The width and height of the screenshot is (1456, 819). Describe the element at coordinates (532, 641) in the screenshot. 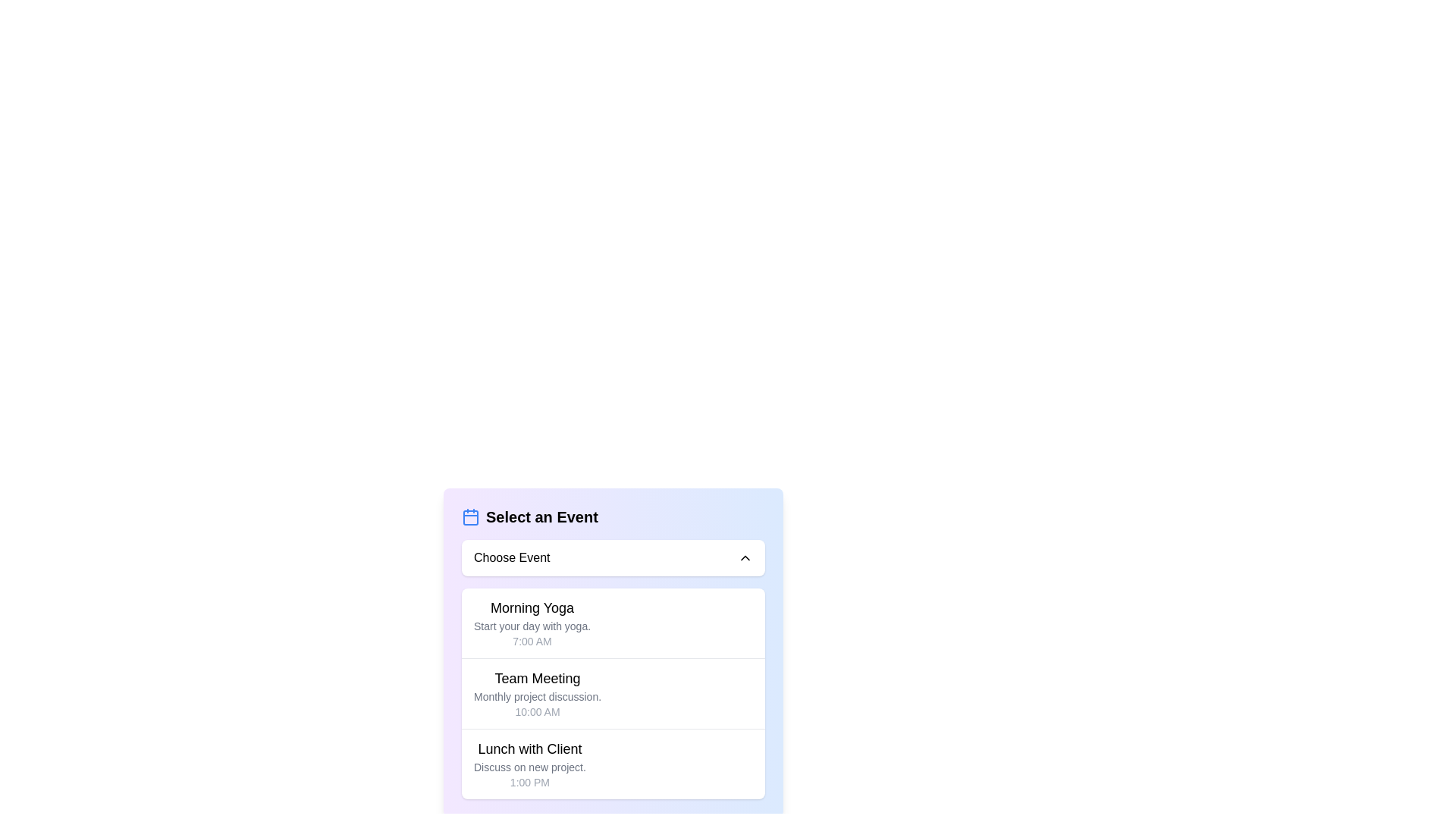

I see `the informational label displaying the time for the 'Morning Yoga' event, located at the bottom right corner of the event section` at that location.